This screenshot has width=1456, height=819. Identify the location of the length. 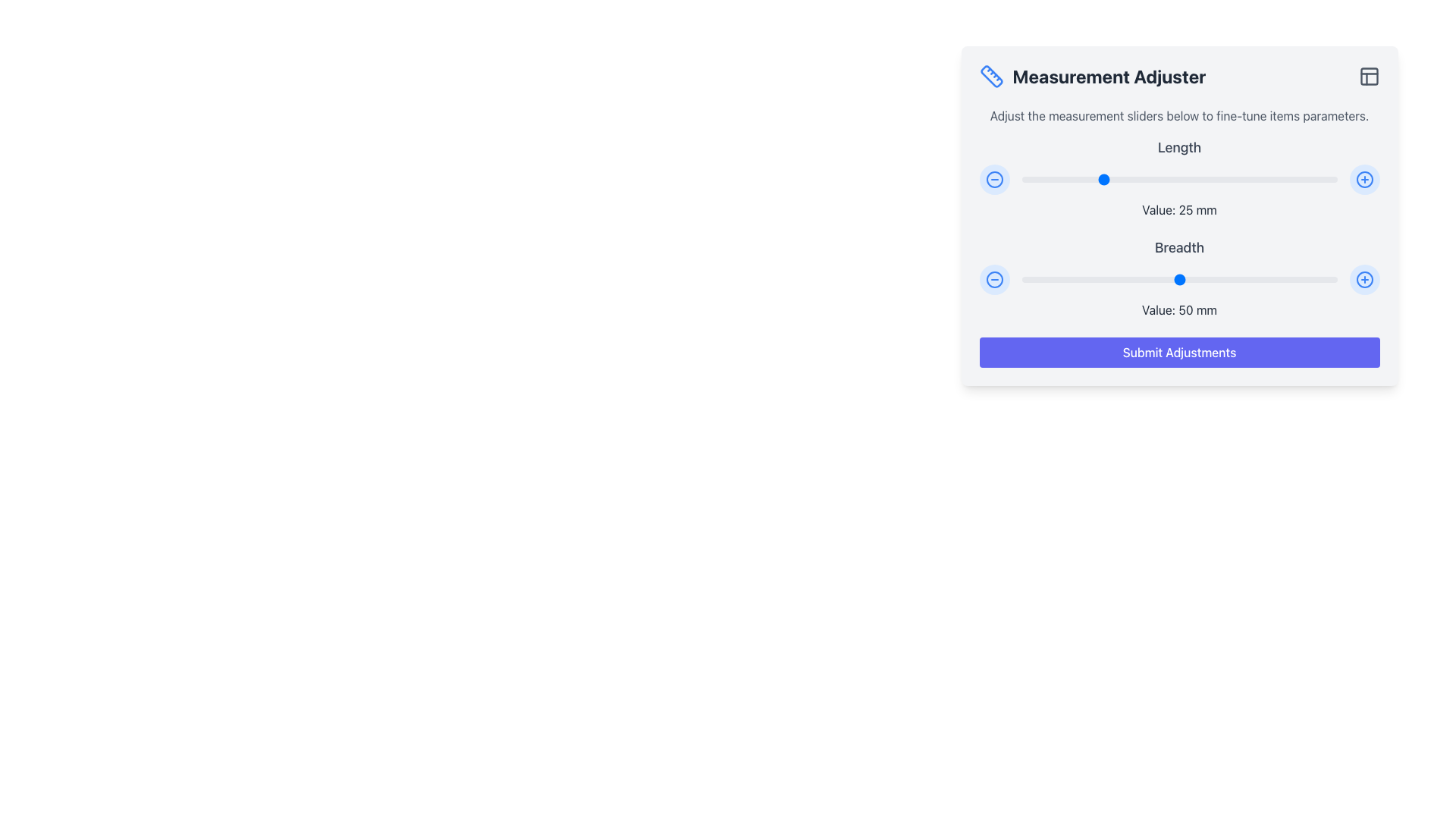
(1320, 178).